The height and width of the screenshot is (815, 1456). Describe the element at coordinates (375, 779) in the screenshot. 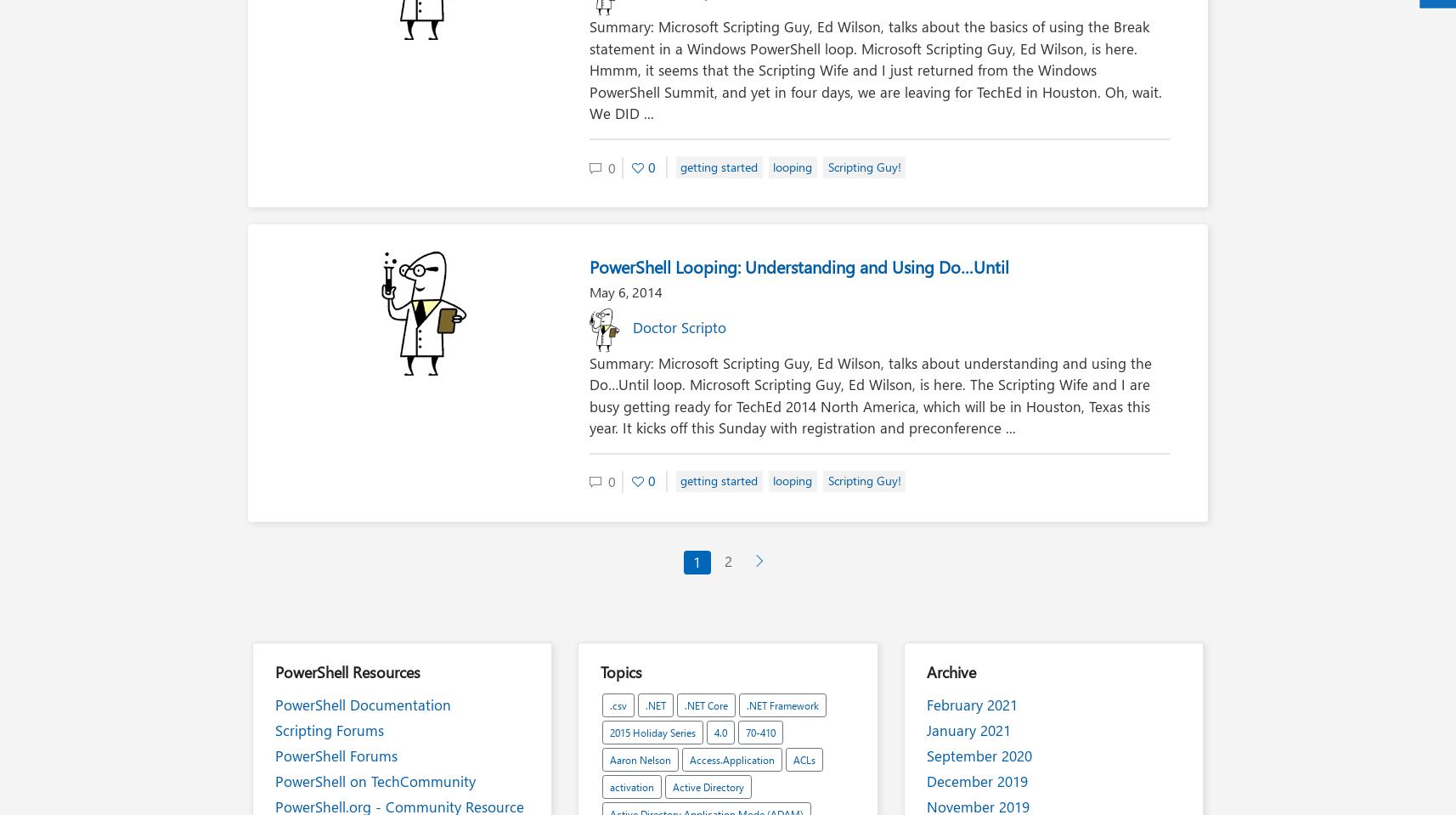

I see `'PowerShell on TechCommunity'` at that location.